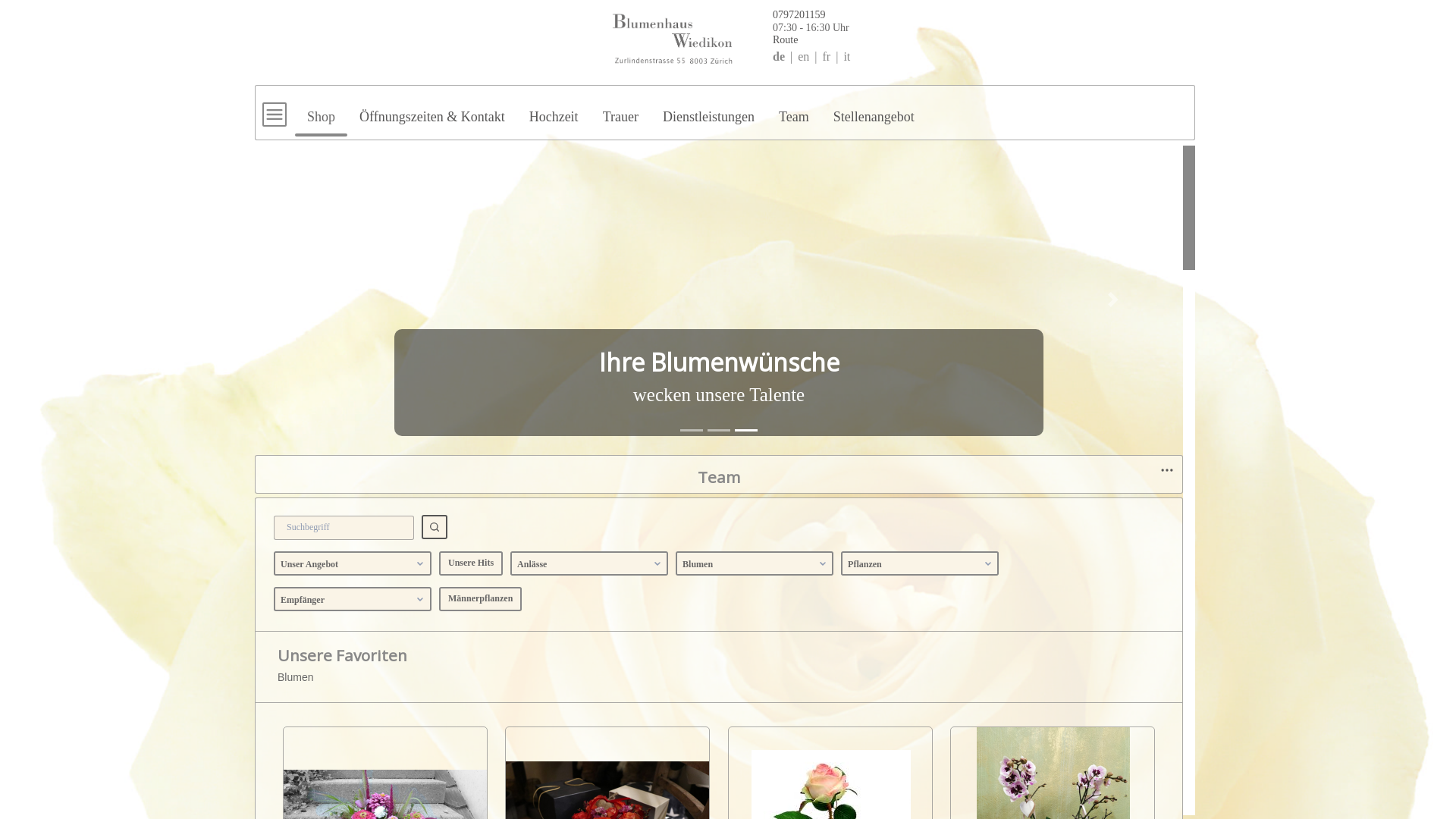 The height and width of the screenshot is (819, 1456). I want to click on 'Dienstleistungen', so click(651, 109).